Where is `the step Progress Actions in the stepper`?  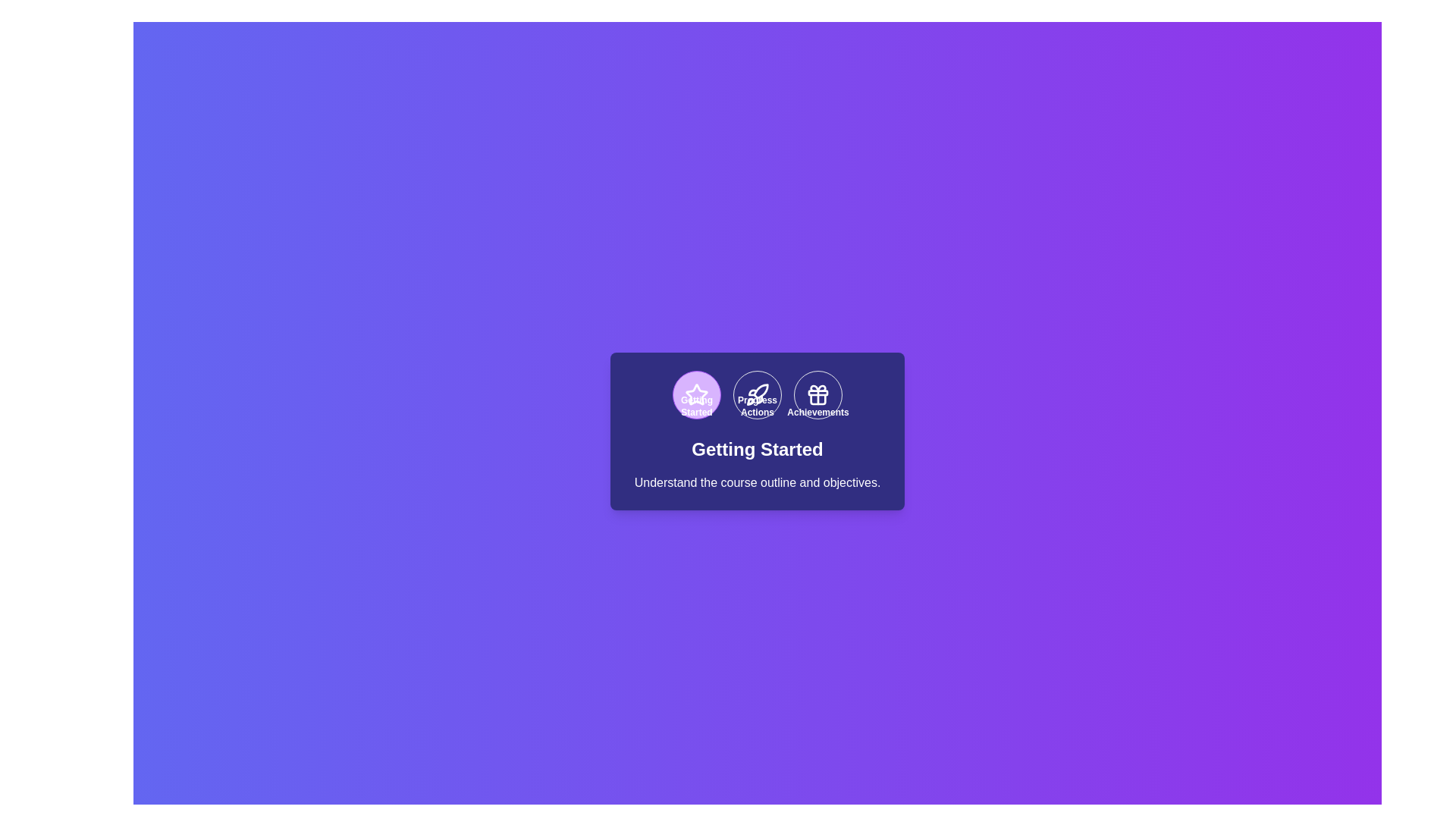 the step Progress Actions in the stepper is located at coordinates (757, 394).